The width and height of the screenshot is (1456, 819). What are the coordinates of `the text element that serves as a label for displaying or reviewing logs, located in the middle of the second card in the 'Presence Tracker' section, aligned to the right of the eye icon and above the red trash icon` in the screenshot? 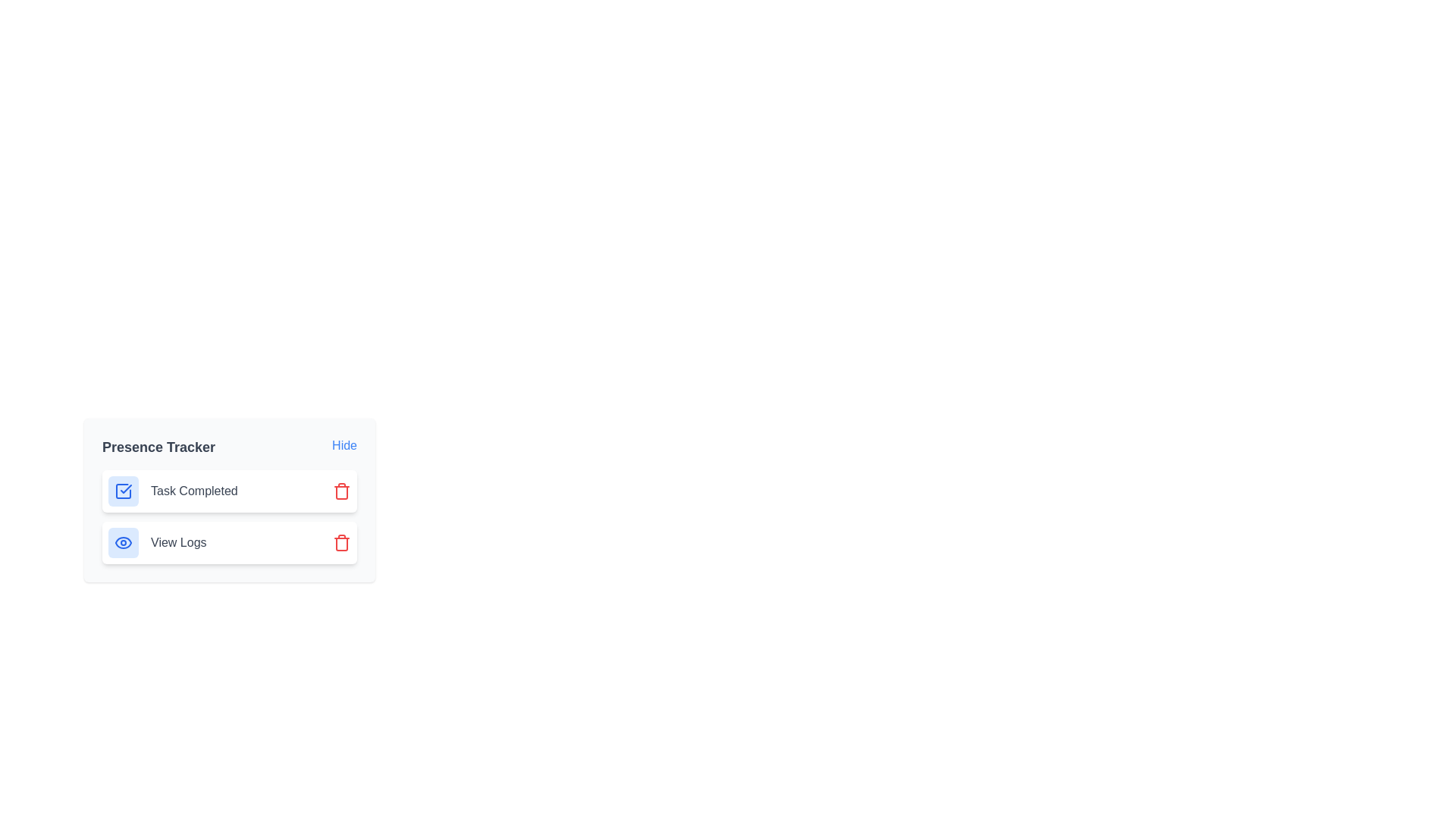 It's located at (178, 542).